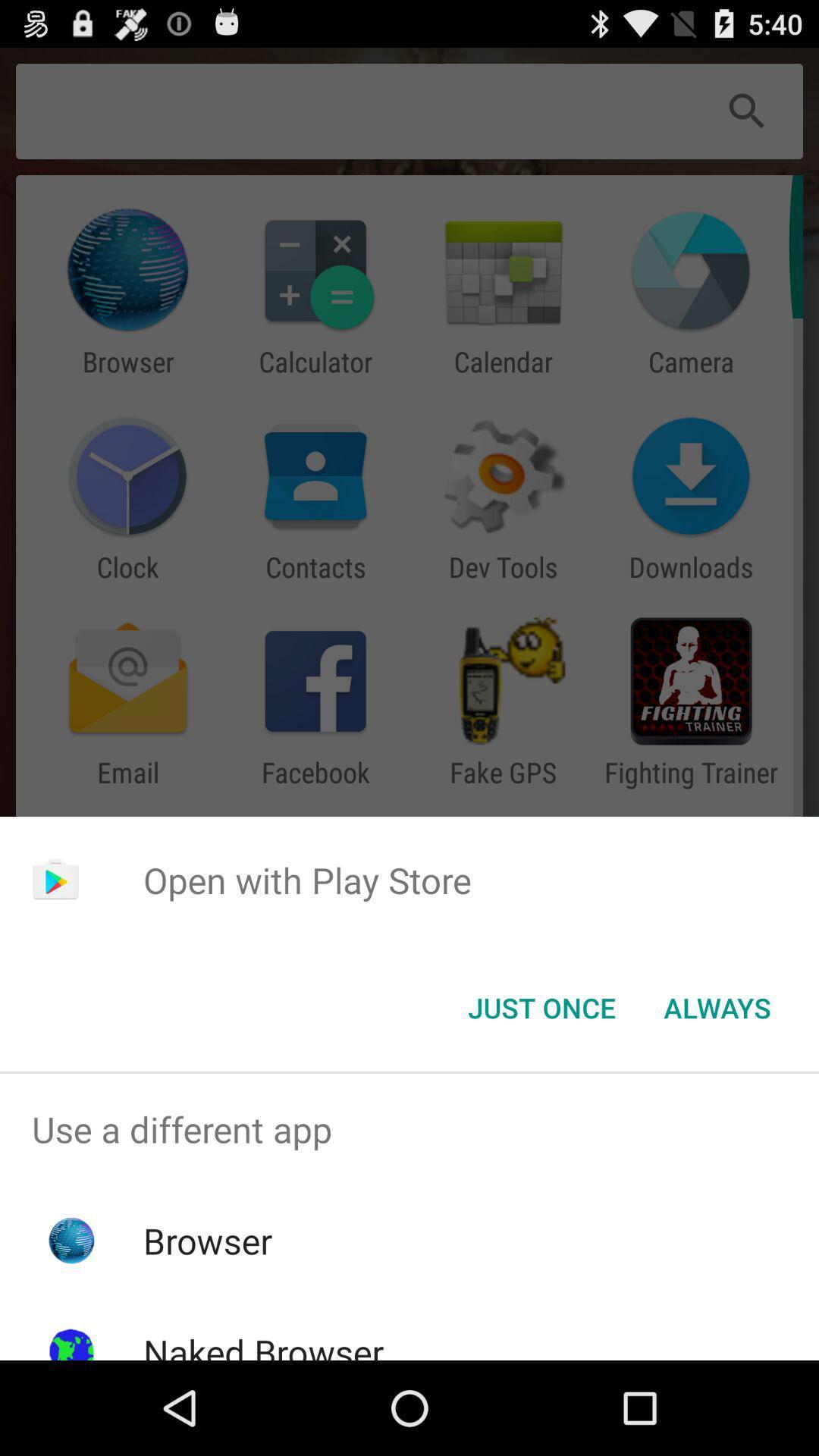 The height and width of the screenshot is (1456, 819). What do you see at coordinates (541, 1008) in the screenshot?
I see `the icon below open with play app` at bounding box center [541, 1008].